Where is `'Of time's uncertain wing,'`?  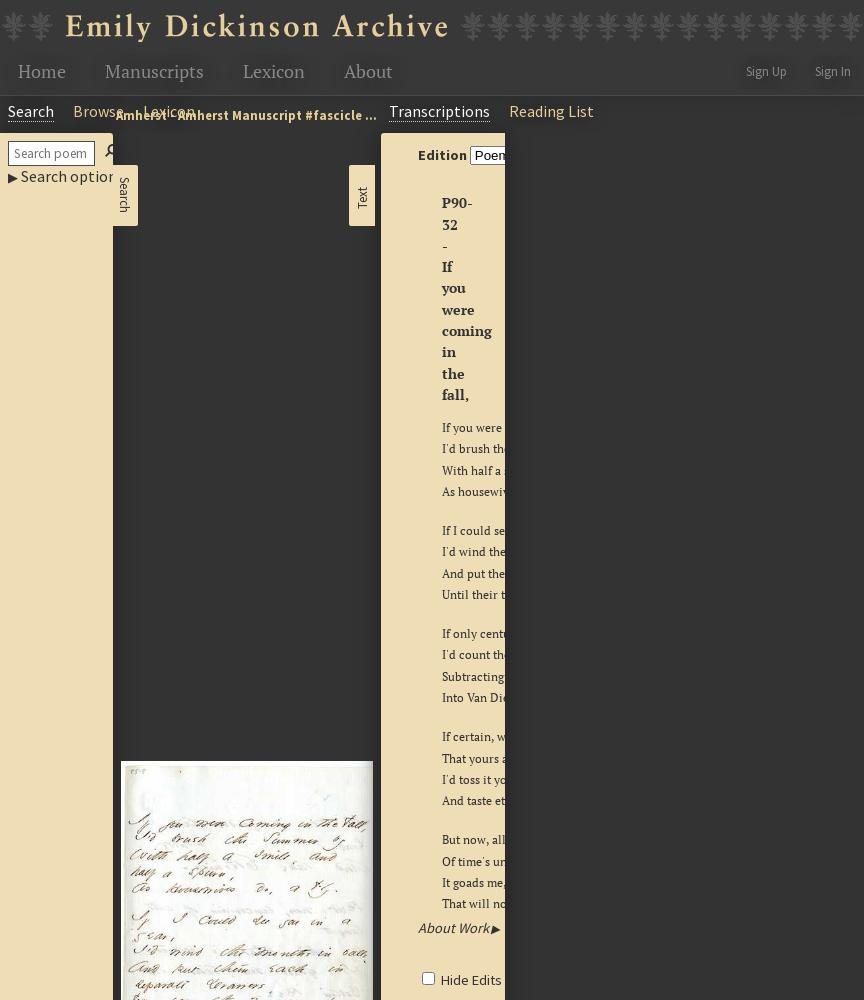 'Of time's uncertain wing,' is located at coordinates (508, 859).